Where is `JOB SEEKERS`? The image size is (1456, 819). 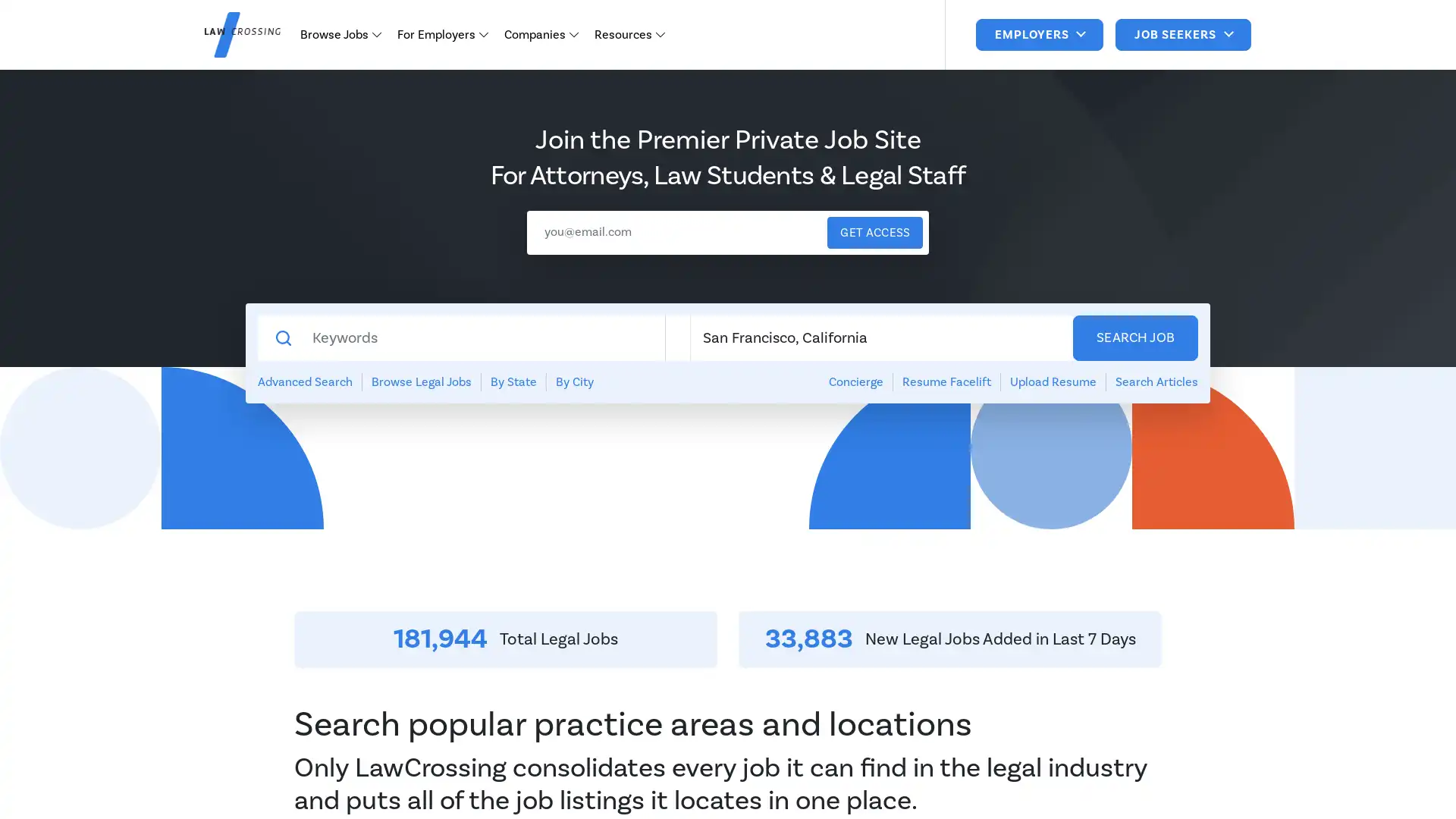 JOB SEEKERS is located at coordinates (1182, 34).